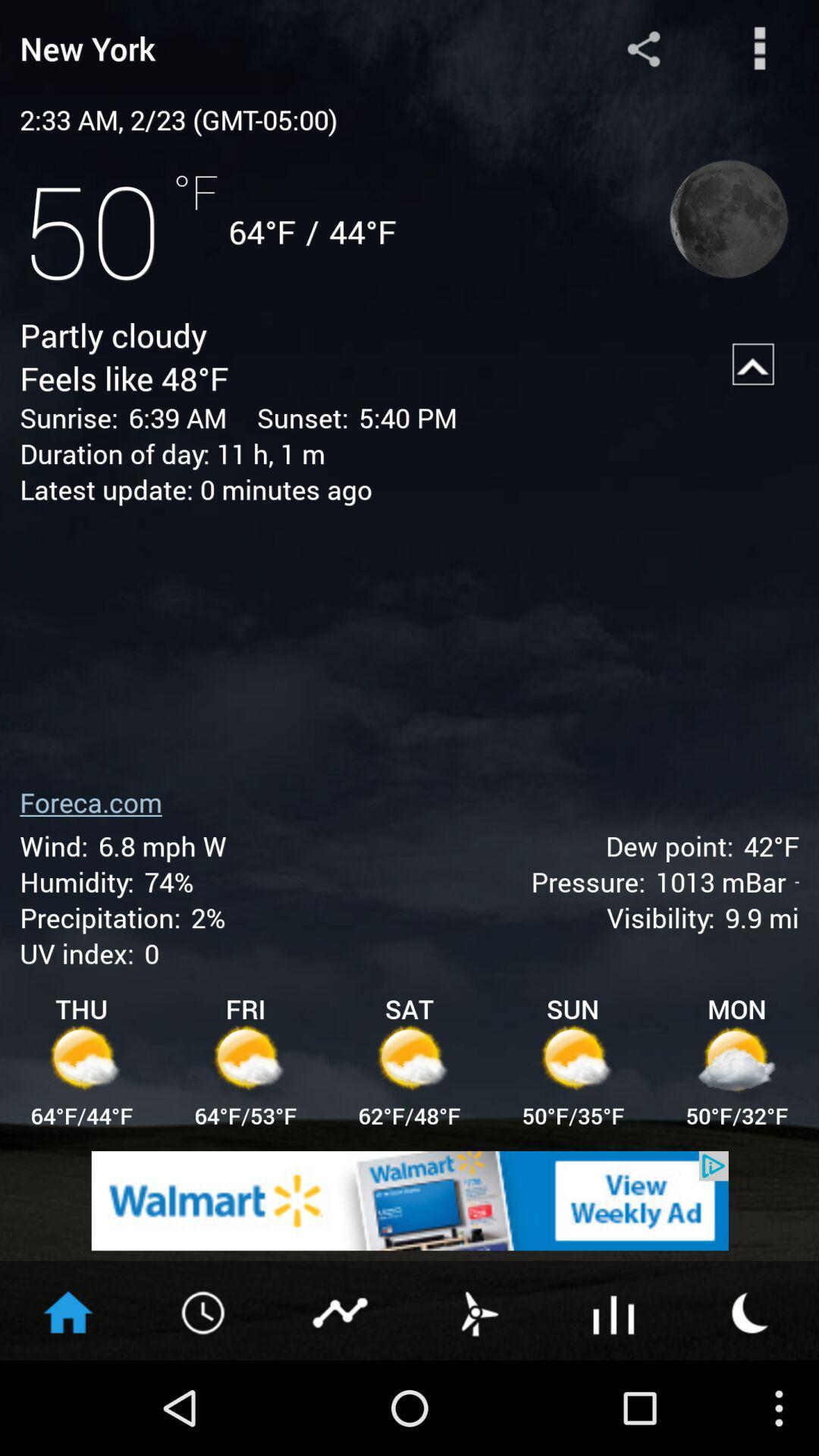  Describe the element at coordinates (760, 48) in the screenshot. I see `more options` at that location.